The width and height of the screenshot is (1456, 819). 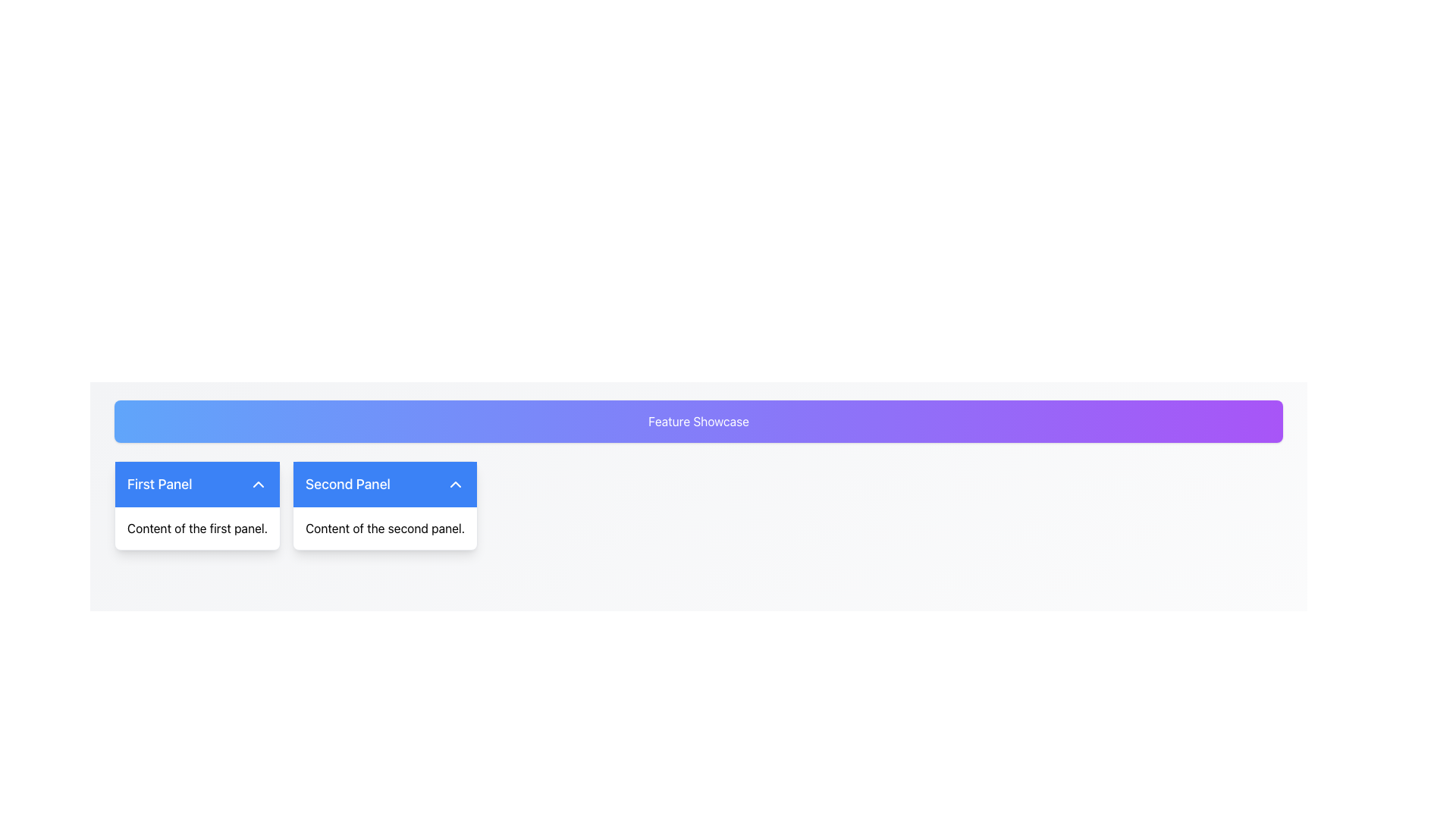 What do you see at coordinates (159, 485) in the screenshot?
I see `the text label for the first collapsible panel located on the left-side panel of a row with two panels` at bounding box center [159, 485].